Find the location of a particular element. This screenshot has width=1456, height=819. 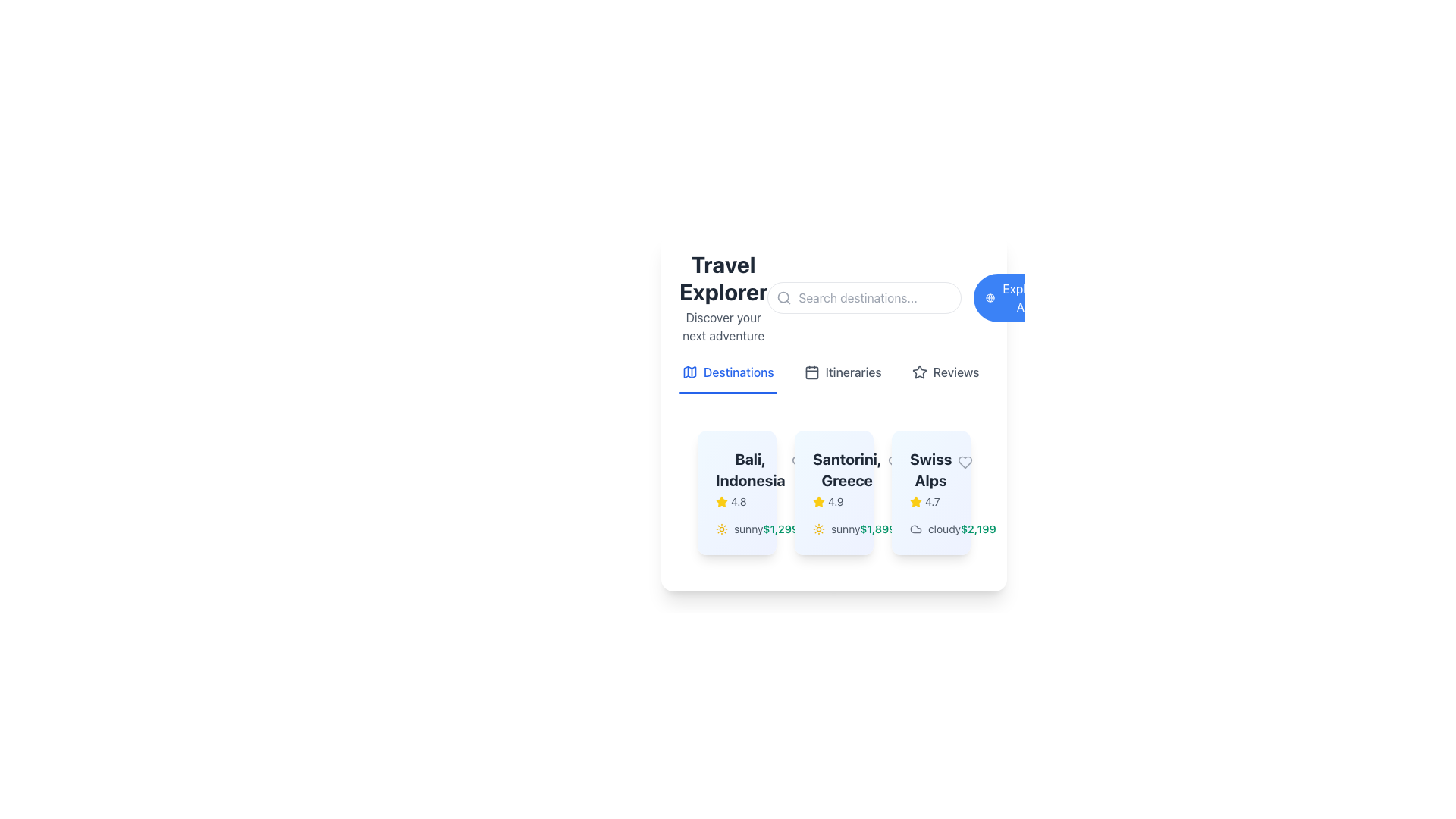

the cloud-shaped icon located in the 'Swiss Alps' card, positioned next to the text 'cloudy $2,199' is located at coordinates (915, 529).